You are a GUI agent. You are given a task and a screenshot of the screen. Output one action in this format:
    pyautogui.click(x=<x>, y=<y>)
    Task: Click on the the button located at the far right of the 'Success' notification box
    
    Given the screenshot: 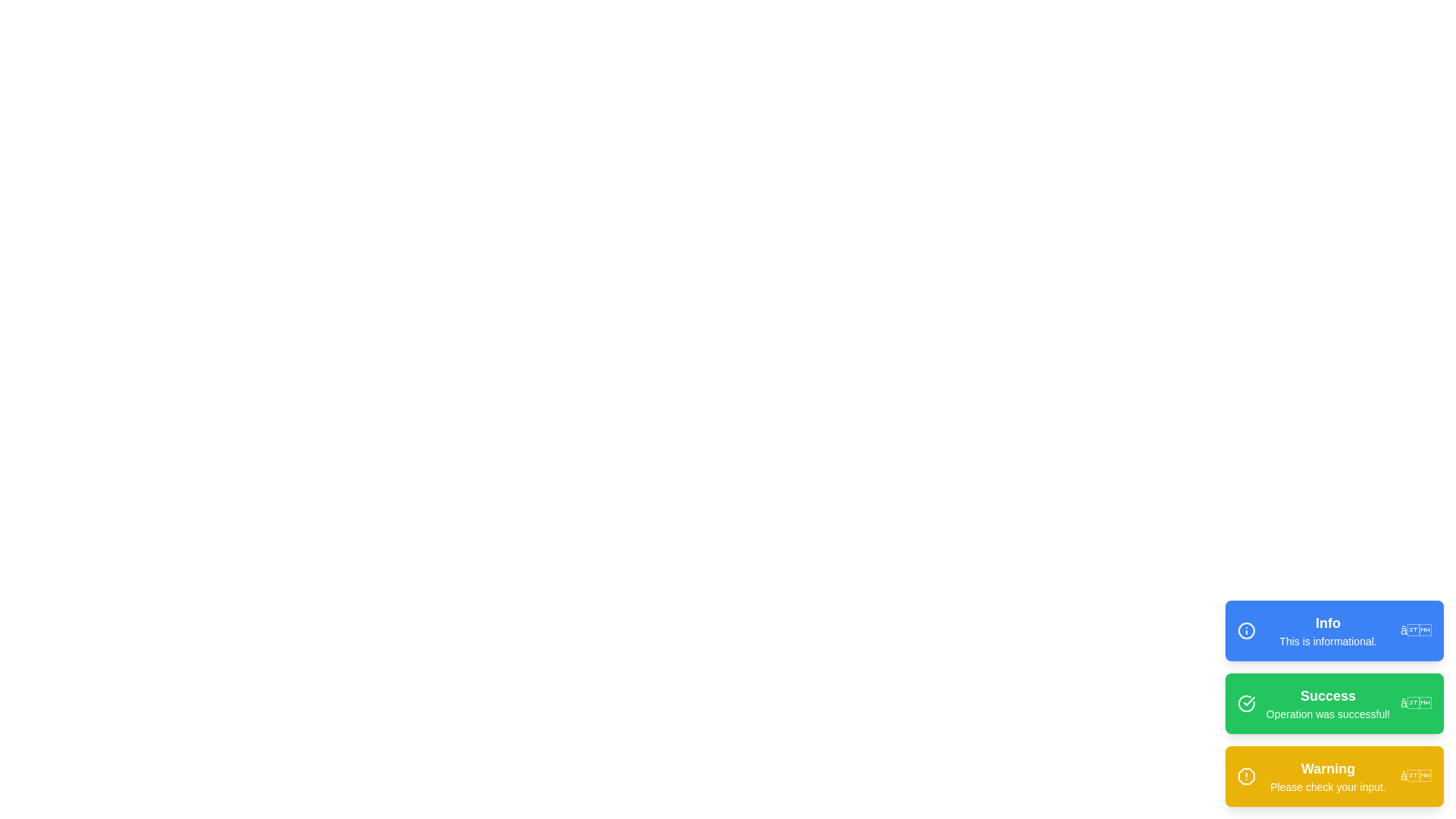 What is the action you would take?
    pyautogui.click(x=1415, y=704)
    